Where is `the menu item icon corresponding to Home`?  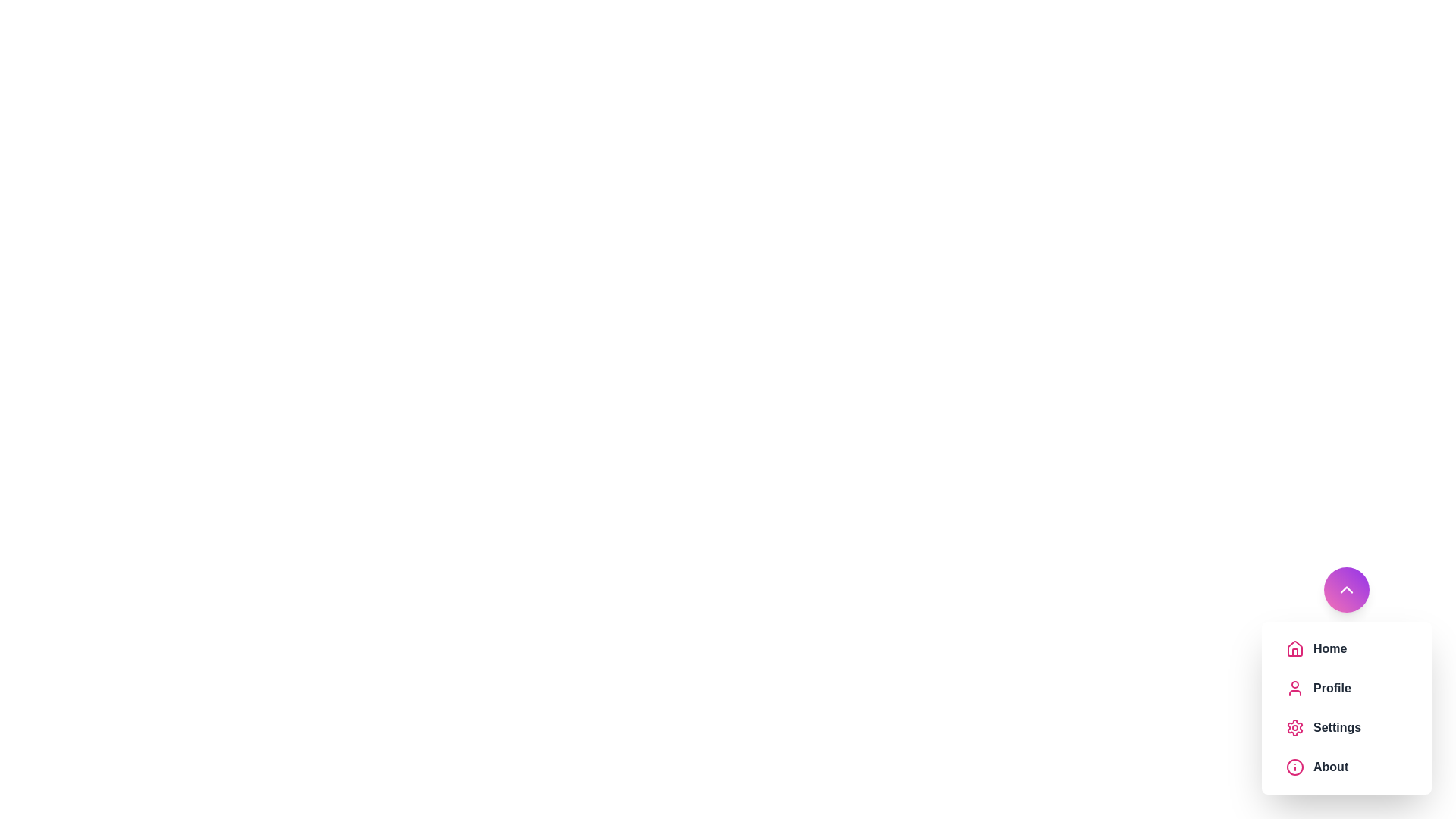
the menu item icon corresponding to Home is located at coordinates (1294, 648).